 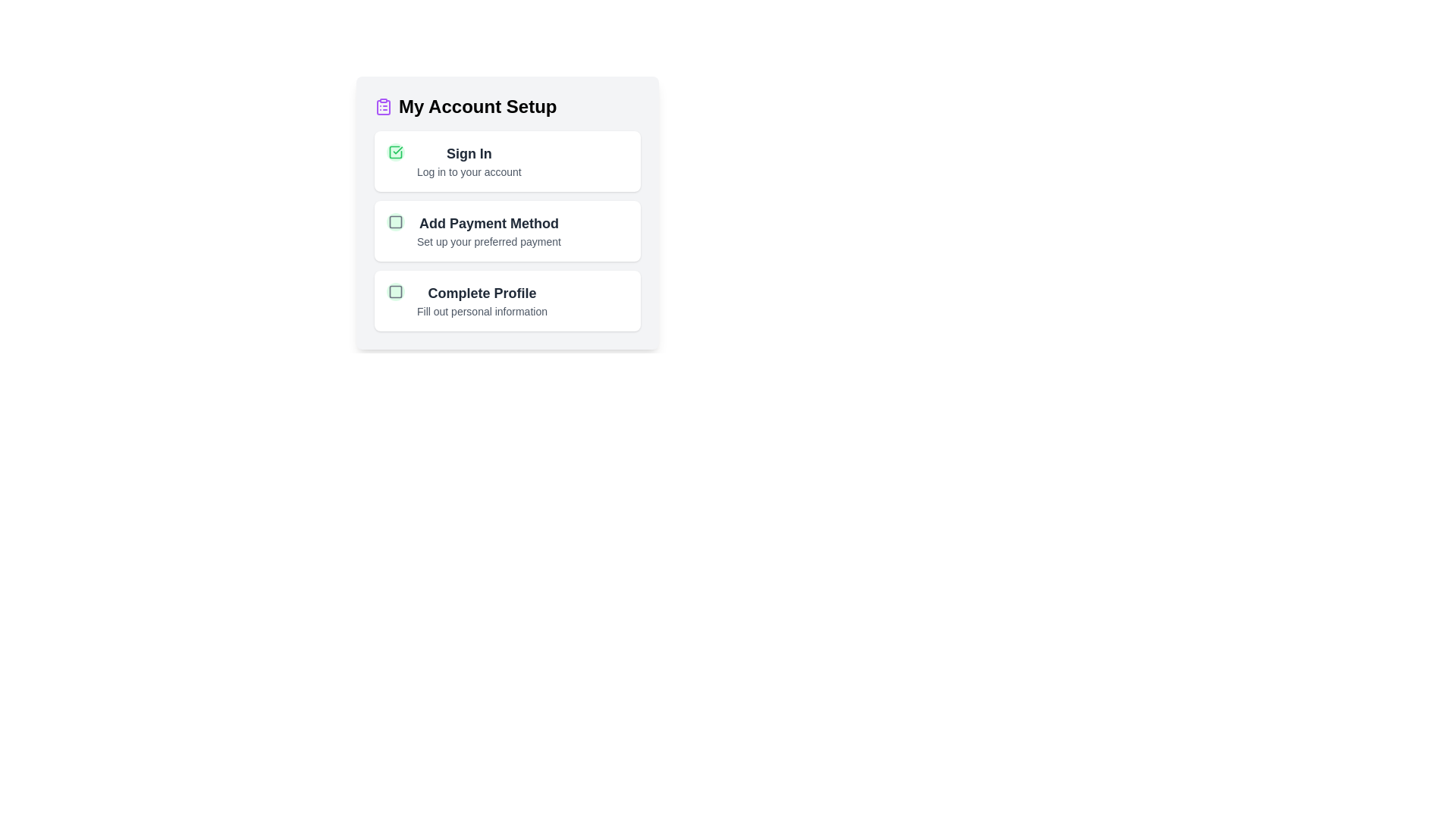 What do you see at coordinates (507, 161) in the screenshot?
I see `the task titled 'Sign In' to view its hover effect` at bounding box center [507, 161].